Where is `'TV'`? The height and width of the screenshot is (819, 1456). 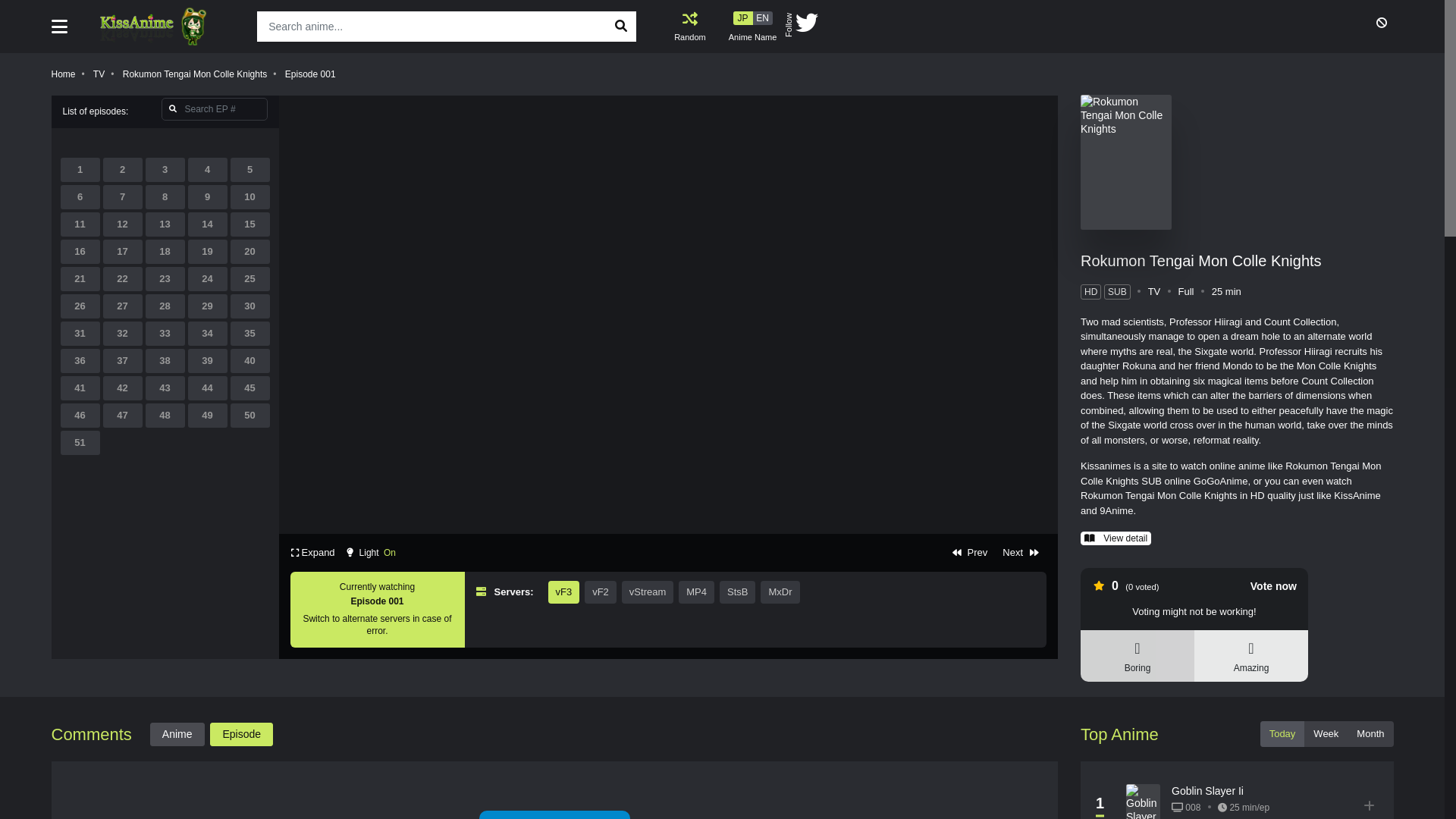 'TV' is located at coordinates (98, 74).